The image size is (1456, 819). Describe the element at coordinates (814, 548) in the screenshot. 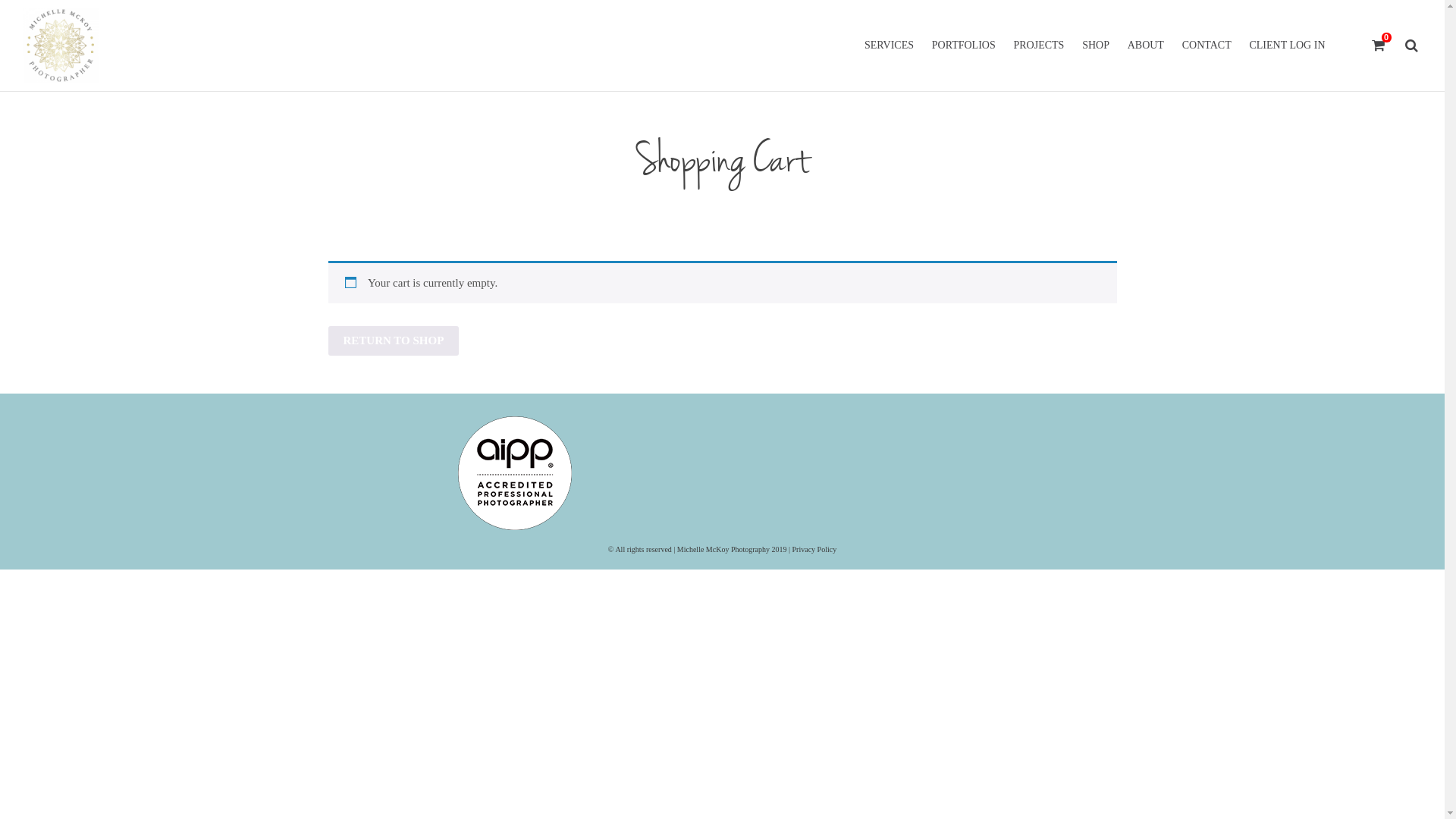

I see `'Privacy Policy'` at that location.